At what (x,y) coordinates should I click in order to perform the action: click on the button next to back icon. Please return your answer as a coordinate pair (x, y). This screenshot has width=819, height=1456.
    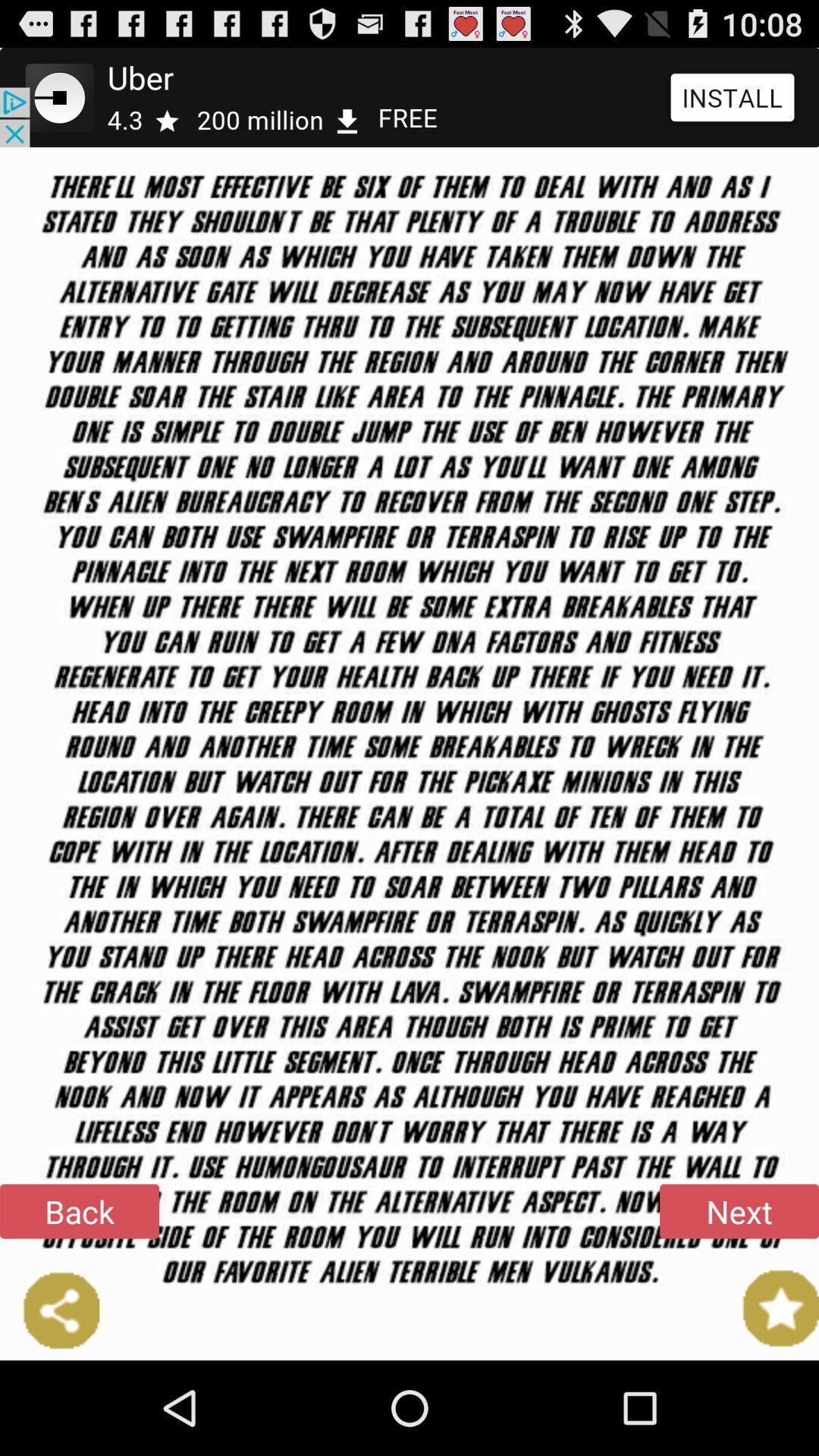
    Looking at the image, I should click on (739, 1210).